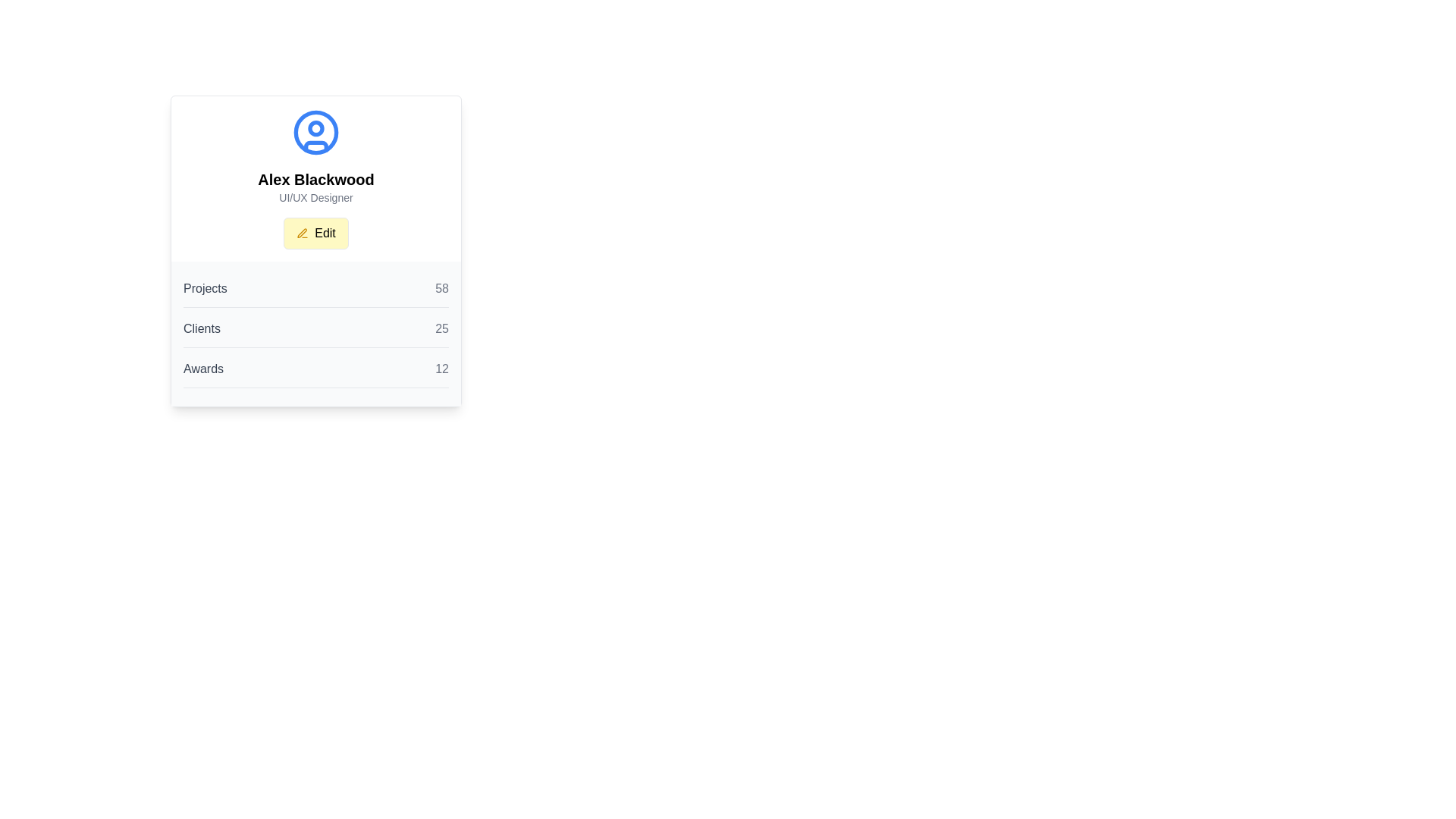  Describe the element at coordinates (315, 131) in the screenshot. I see `the blue circular outline icon above the user profile name 'Alex Blackwood' within the user profile card` at that location.